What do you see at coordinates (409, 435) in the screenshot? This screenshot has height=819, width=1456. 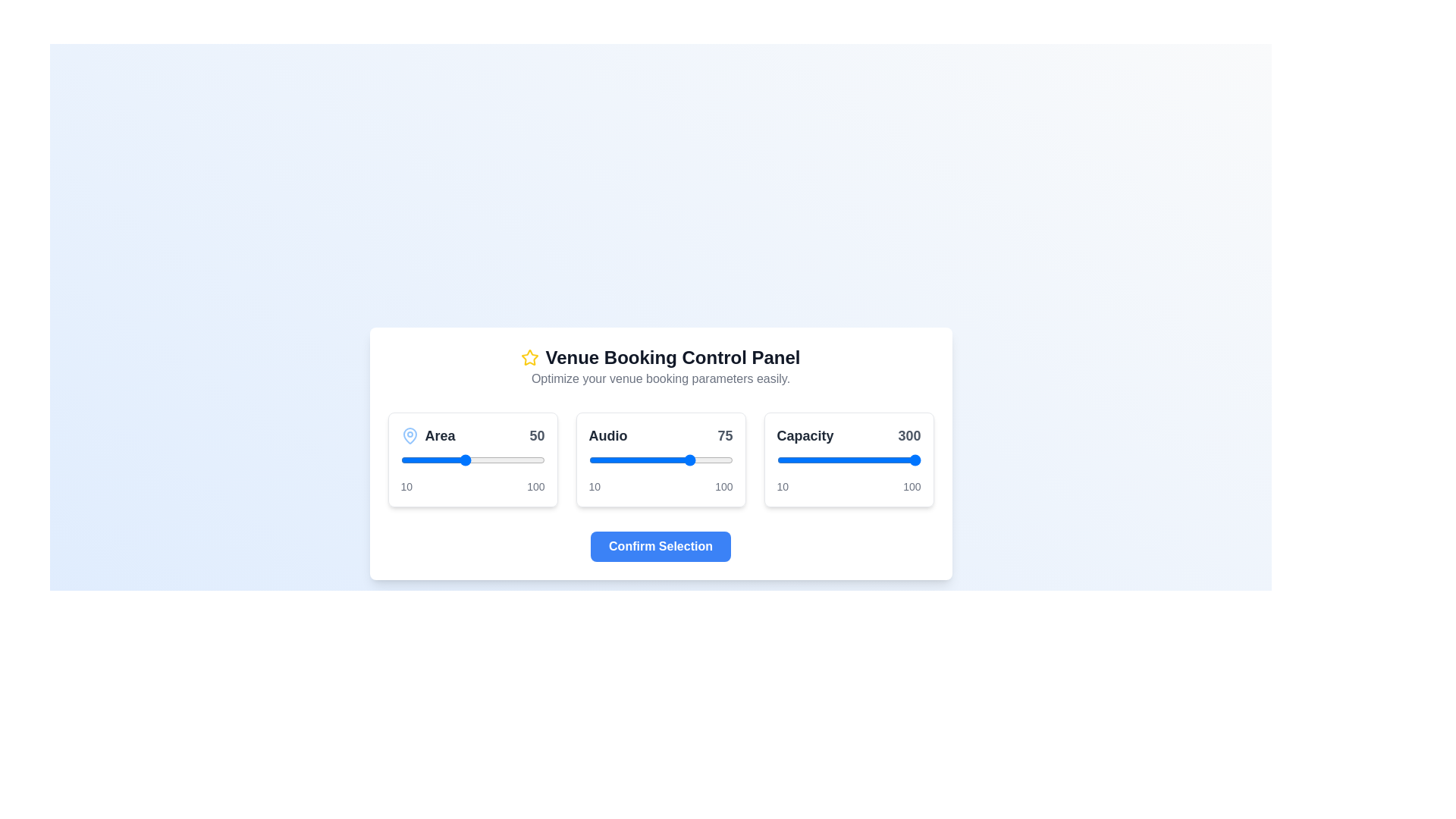 I see `the blue map pin icon located next to the 'Area' label in the top-left corner of the card` at bounding box center [409, 435].